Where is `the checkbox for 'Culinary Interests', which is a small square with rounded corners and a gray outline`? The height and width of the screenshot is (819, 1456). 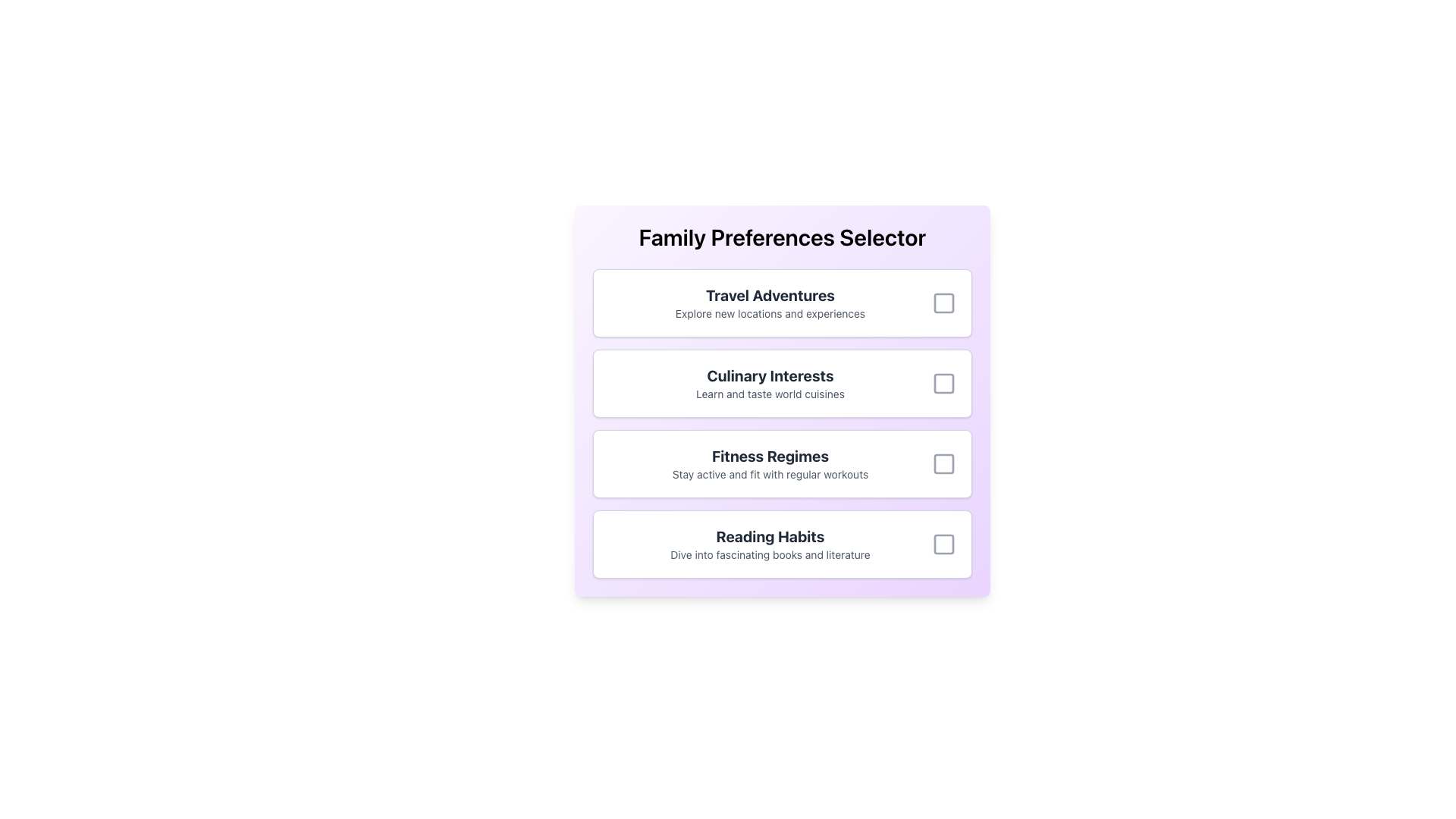 the checkbox for 'Culinary Interests', which is a small square with rounded corners and a gray outline is located at coordinates (943, 382).